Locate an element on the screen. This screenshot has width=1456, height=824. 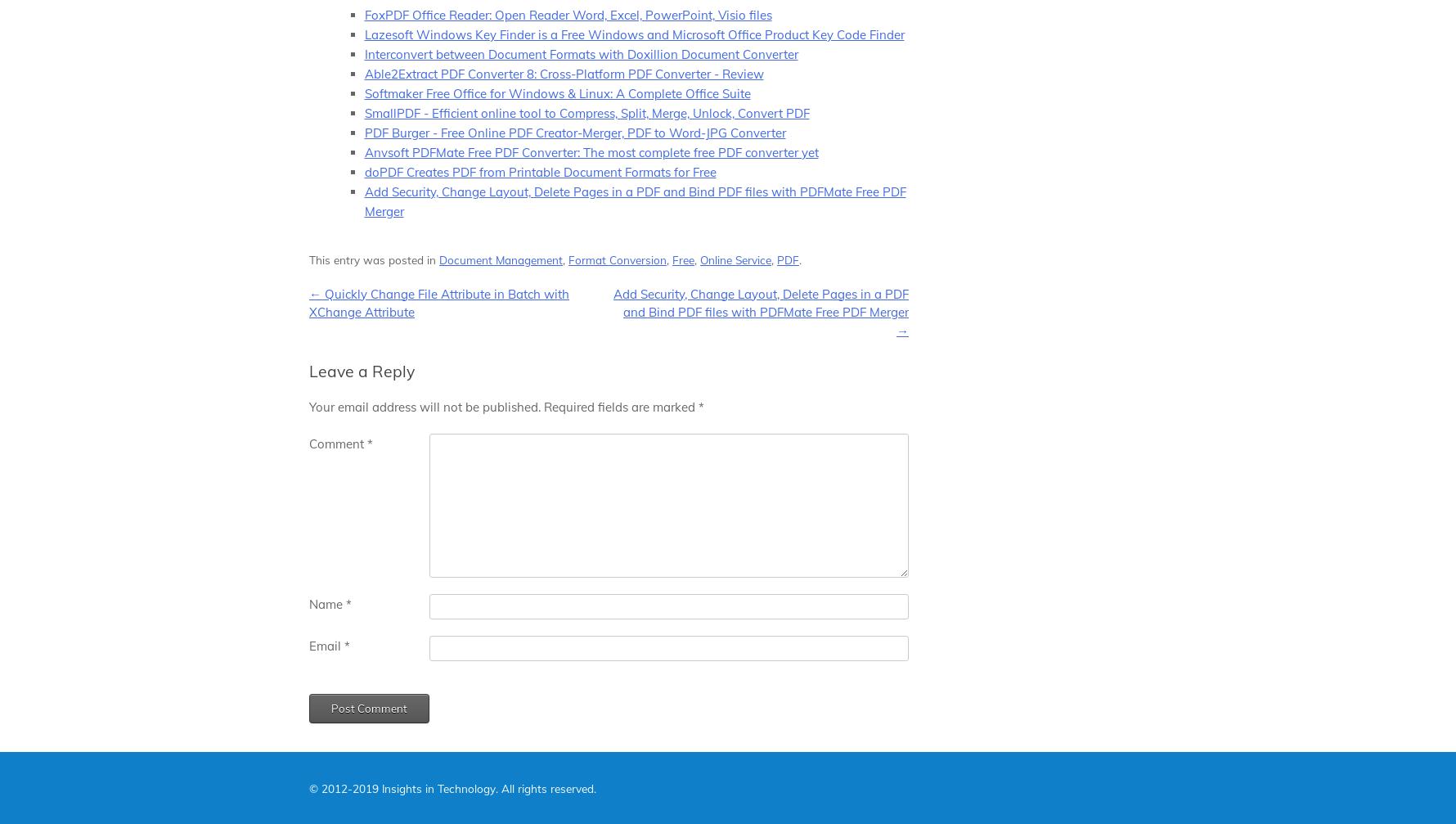
'Online Service' is located at coordinates (735, 259).